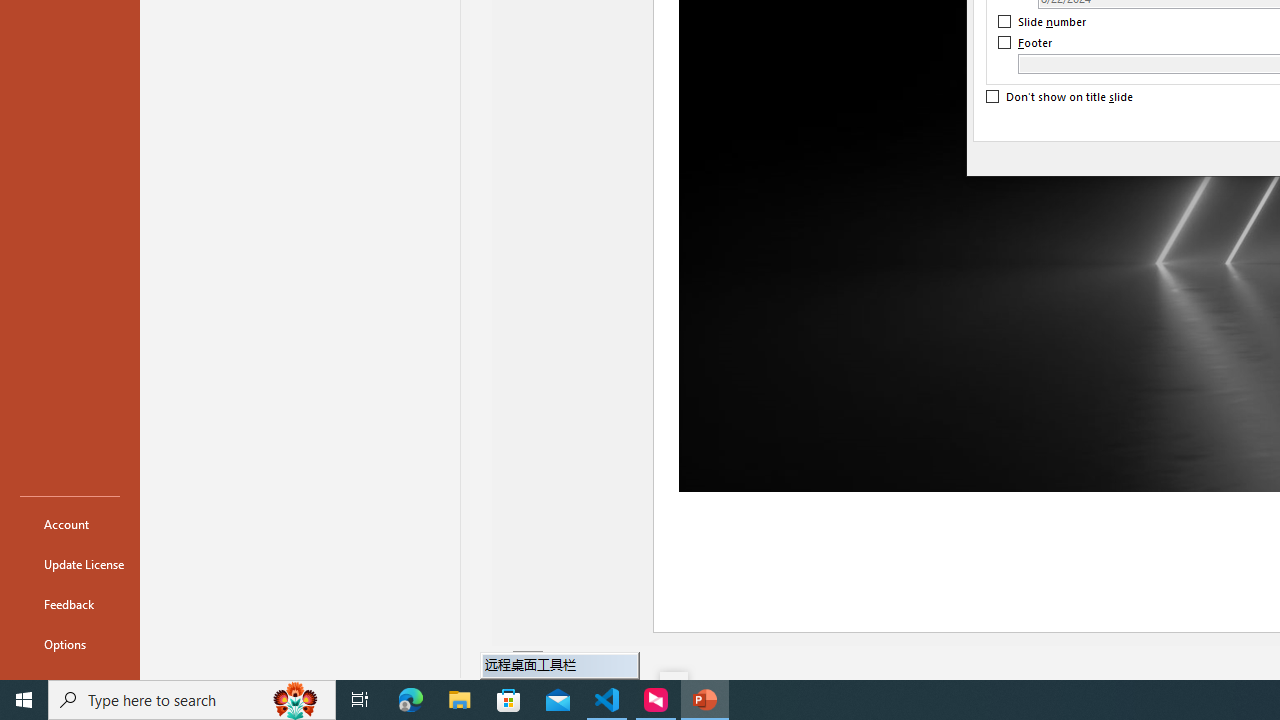 This screenshot has width=1280, height=720. I want to click on 'Update License', so click(69, 564).